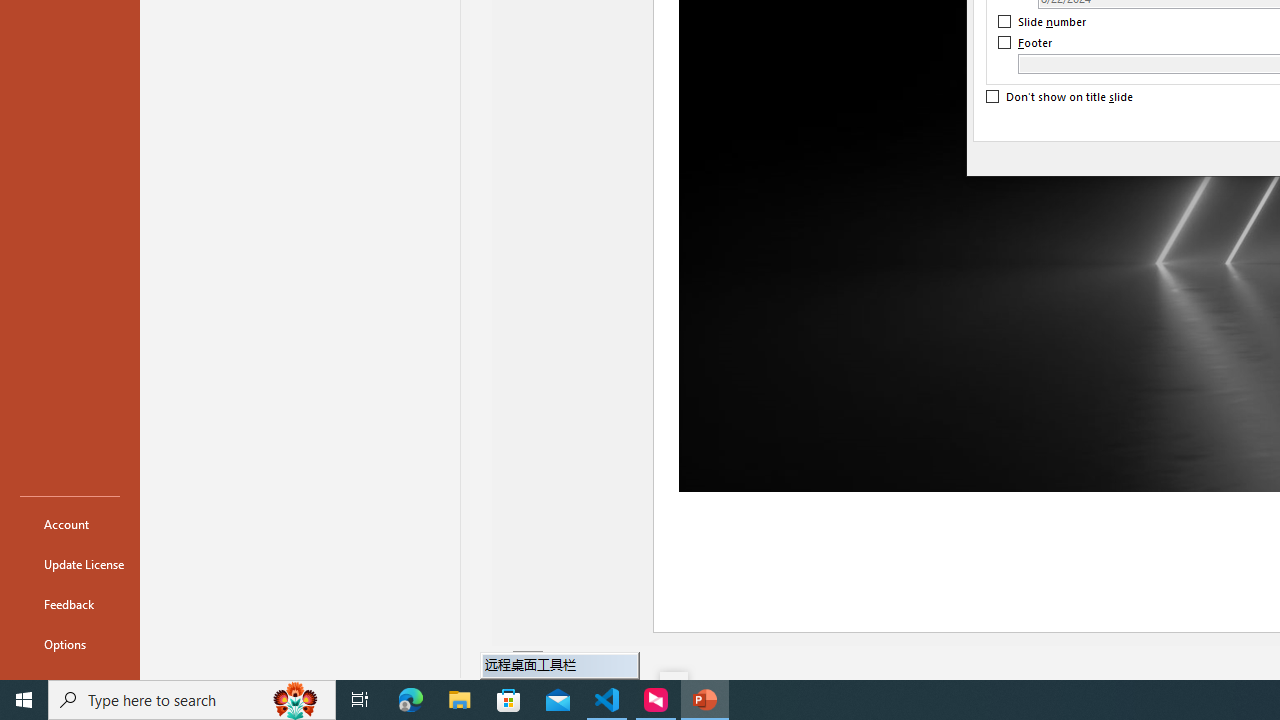 This screenshot has width=1280, height=720. I want to click on 'Update License', so click(69, 564).